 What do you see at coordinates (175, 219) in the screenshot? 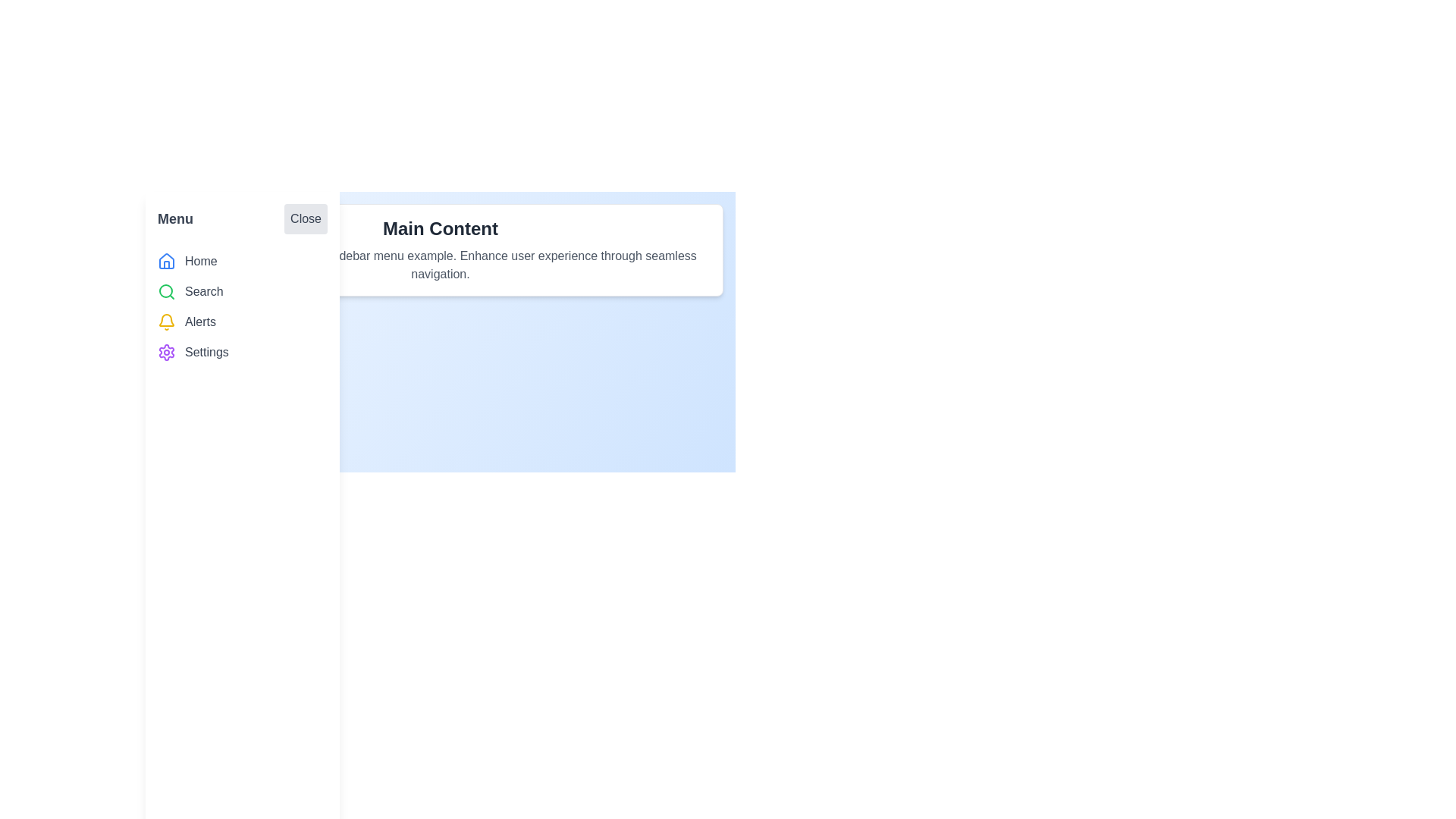
I see `the static text label located at the top-left corner of the sidebar menu, which provides context for the menu and is positioned next to the 'Close' button` at bounding box center [175, 219].